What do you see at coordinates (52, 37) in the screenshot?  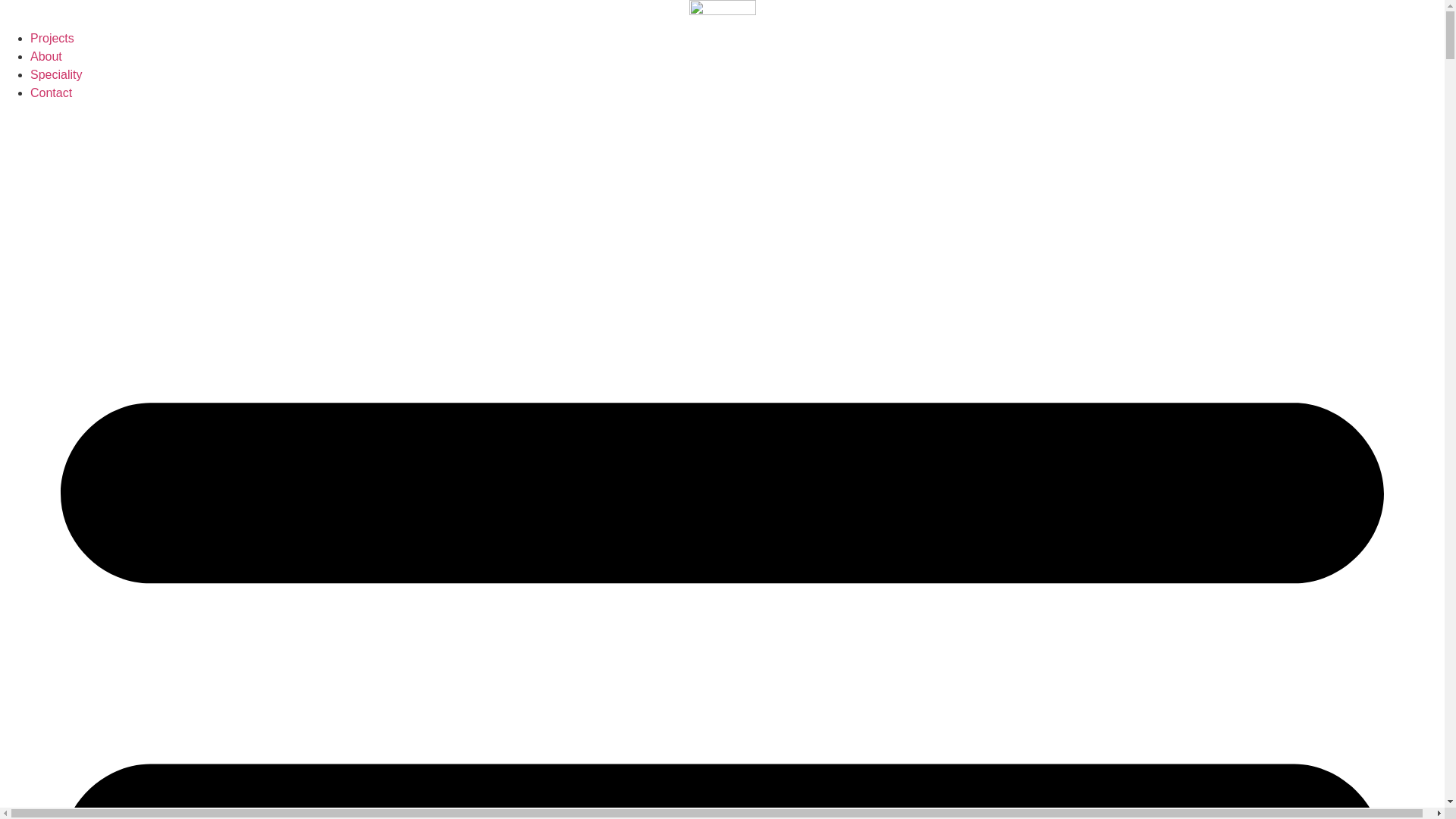 I see `'Projects'` at bounding box center [52, 37].